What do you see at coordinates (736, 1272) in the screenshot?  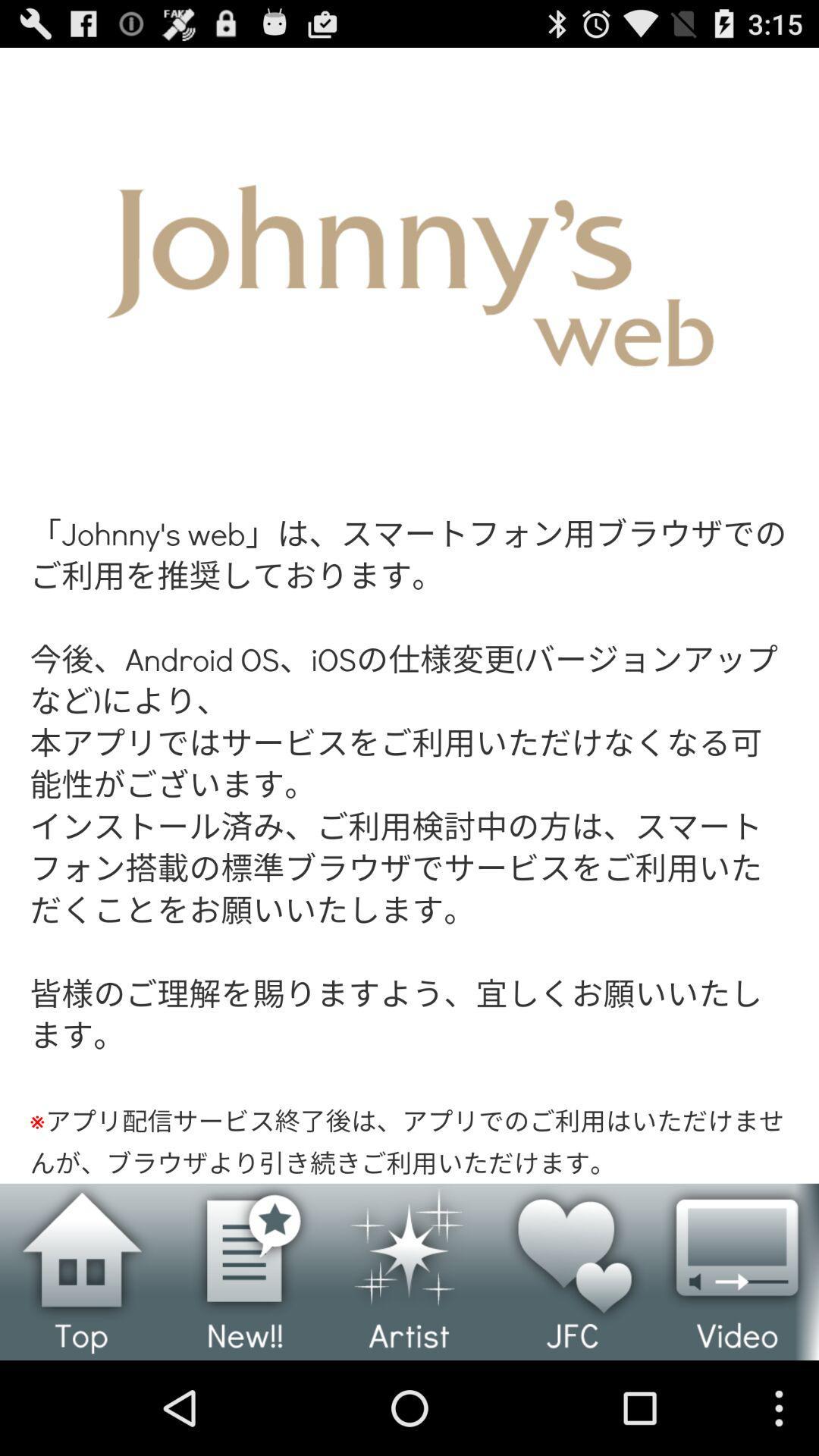 I see `video` at bounding box center [736, 1272].